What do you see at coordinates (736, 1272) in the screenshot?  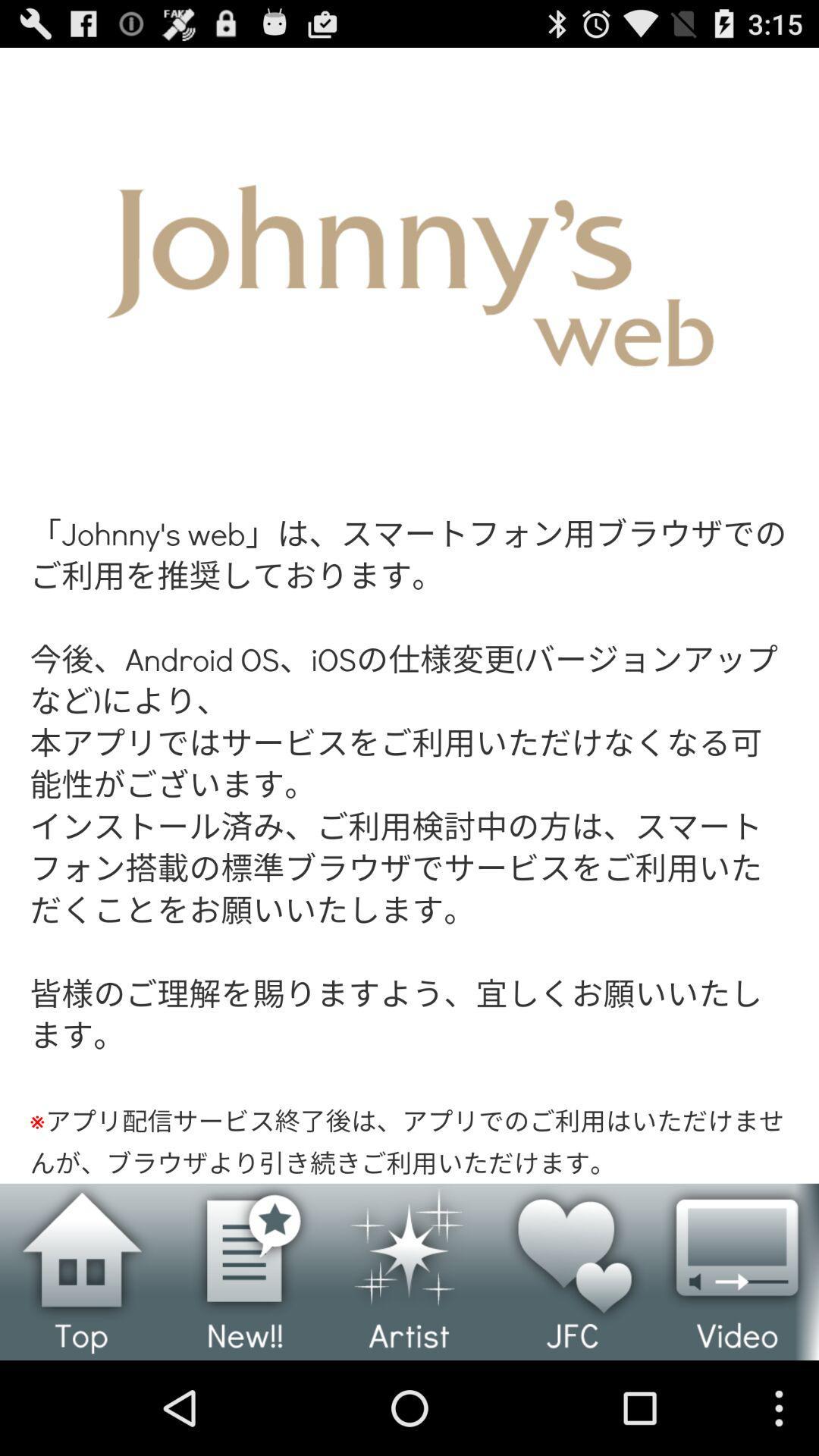 I see `video` at bounding box center [736, 1272].